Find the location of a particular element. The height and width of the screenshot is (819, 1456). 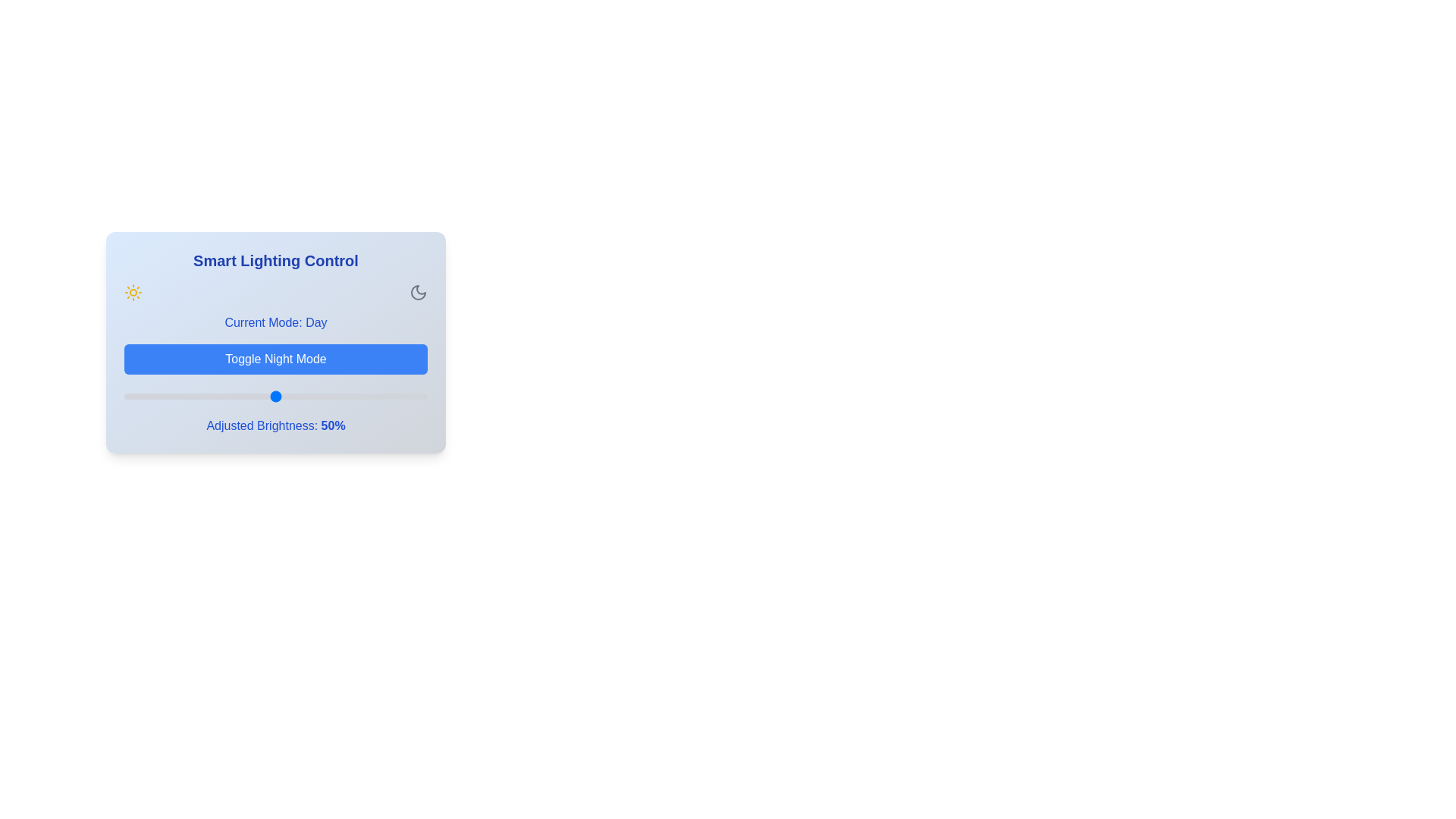

the label that displays the current mode of operation, indicating whether the system is in 'Day' or 'Night' mode, which is positioned below the title 'Smart Lighting Control' and above the button 'Toggle Night Mode' is located at coordinates (276, 322).